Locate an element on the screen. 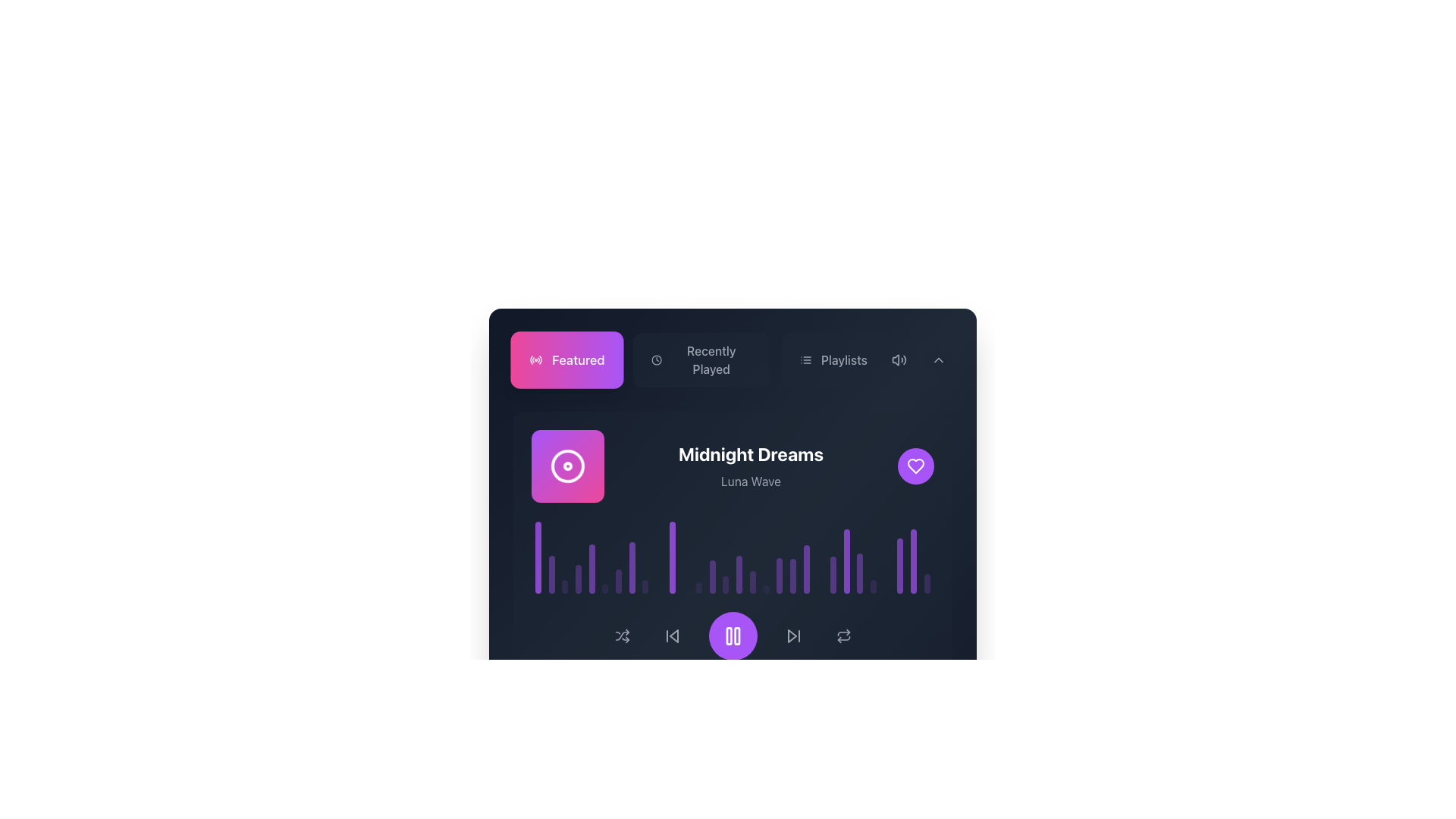  the 'Playlists' text label, which is displayed in white on a dark background and is part of a horizontal navigation panel is located at coordinates (843, 359).